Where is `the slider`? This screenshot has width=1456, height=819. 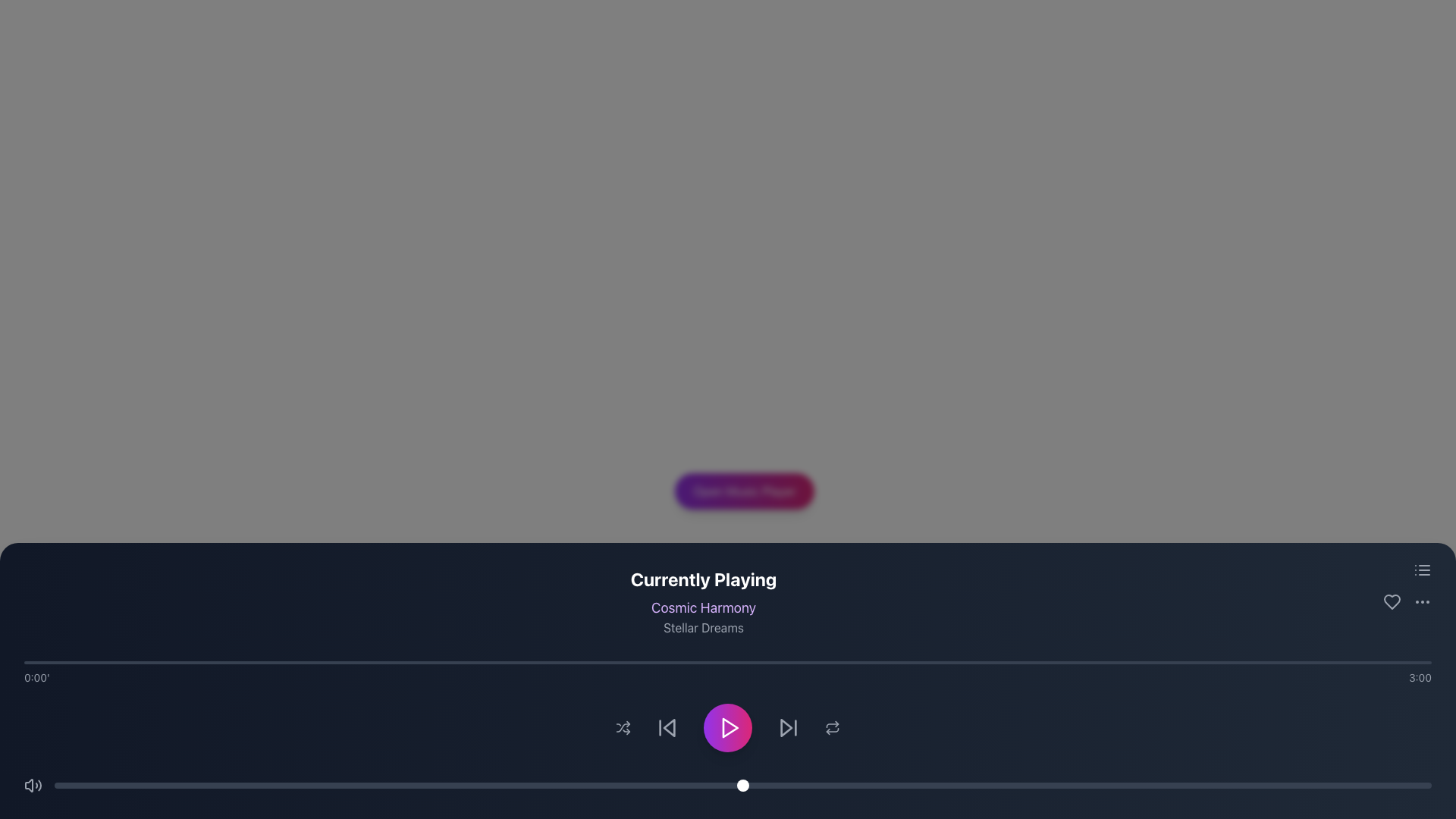
the slider is located at coordinates (1059, 785).